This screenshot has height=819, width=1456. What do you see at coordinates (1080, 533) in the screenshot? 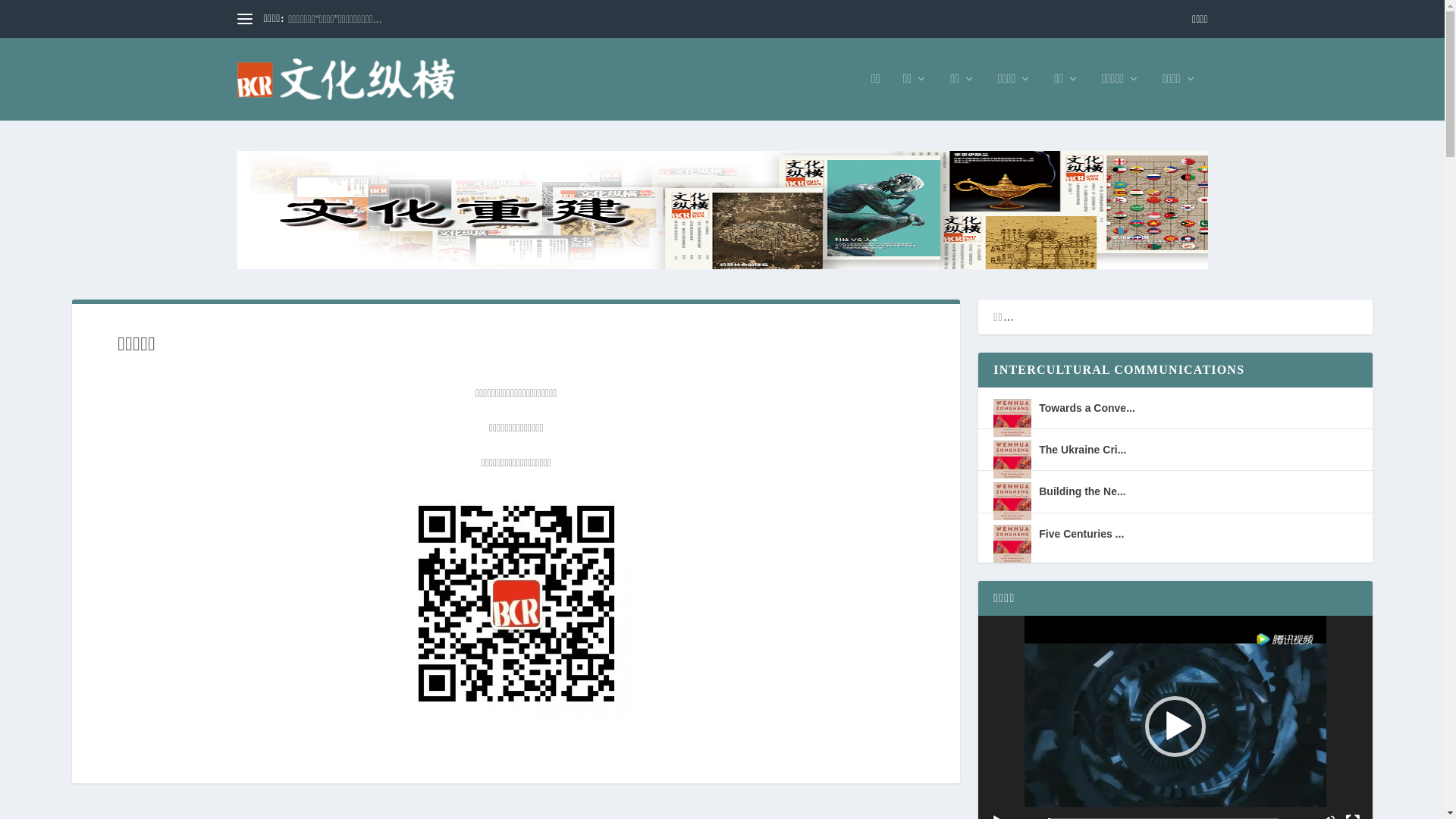
I see `'Five Centuries ...'` at bounding box center [1080, 533].